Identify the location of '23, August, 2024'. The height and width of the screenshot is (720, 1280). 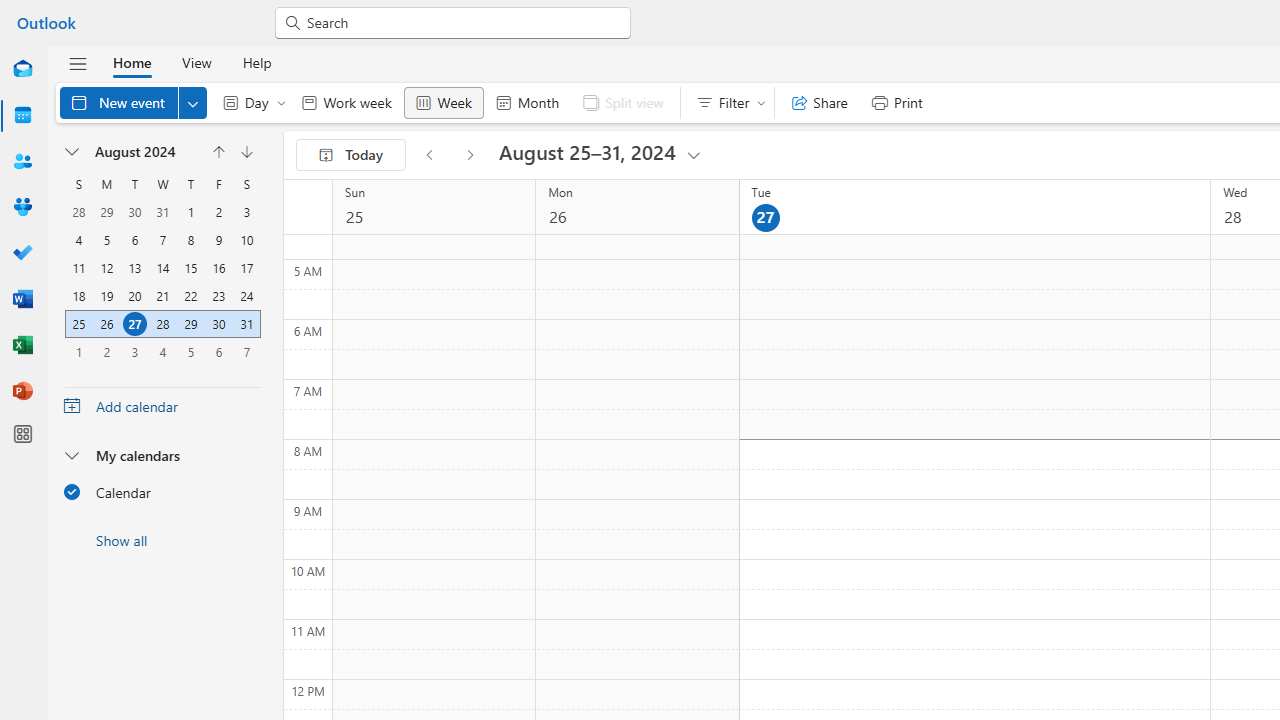
(218, 295).